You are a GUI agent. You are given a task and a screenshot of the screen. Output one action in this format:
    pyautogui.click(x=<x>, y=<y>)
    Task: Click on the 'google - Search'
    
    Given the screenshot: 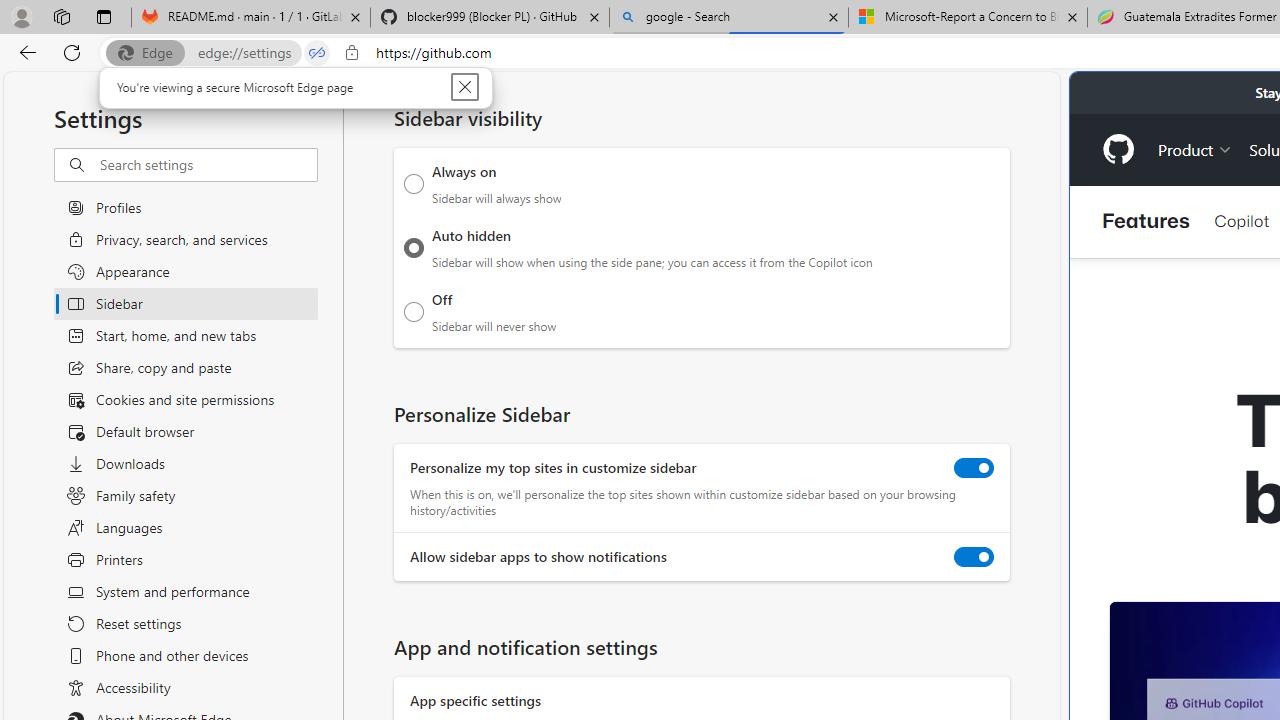 What is the action you would take?
    pyautogui.click(x=728, y=17)
    